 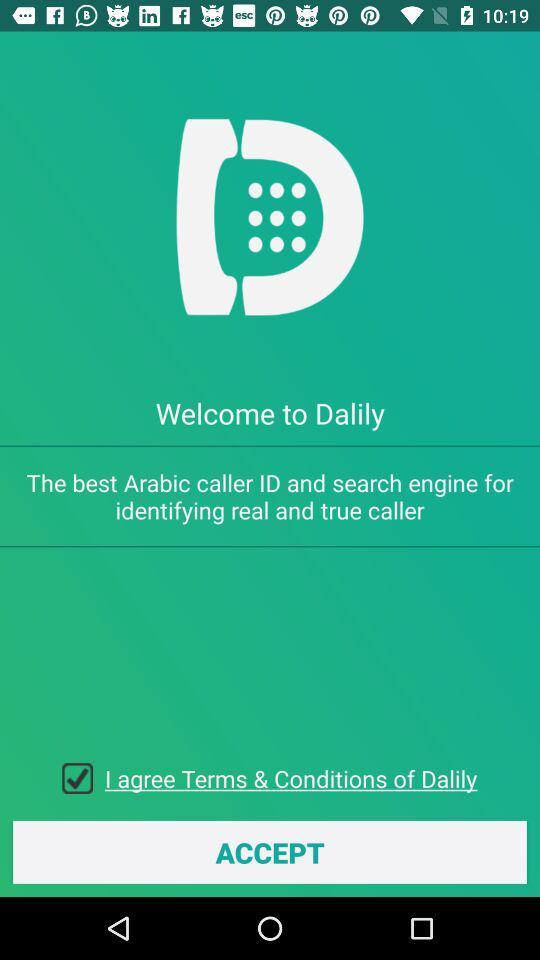 What do you see at coordinates (290, 777) in the screenshot?
I see `item above accept` at bounding box center [290, 777].